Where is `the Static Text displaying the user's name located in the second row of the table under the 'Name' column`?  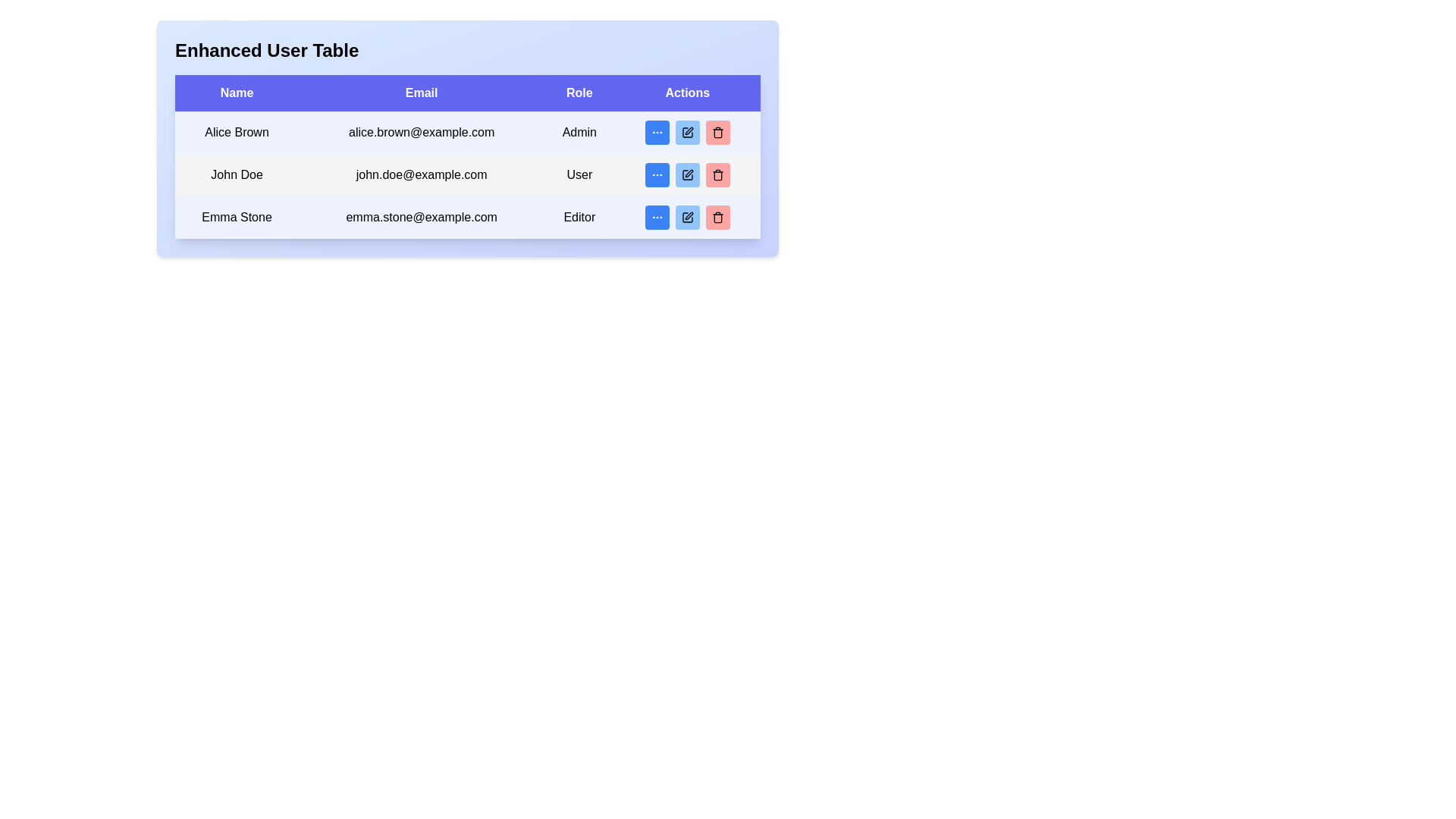 the Static Text displaying the user's name located in the second row of the table under the 'Name' column is located at coordinates (236, 174).